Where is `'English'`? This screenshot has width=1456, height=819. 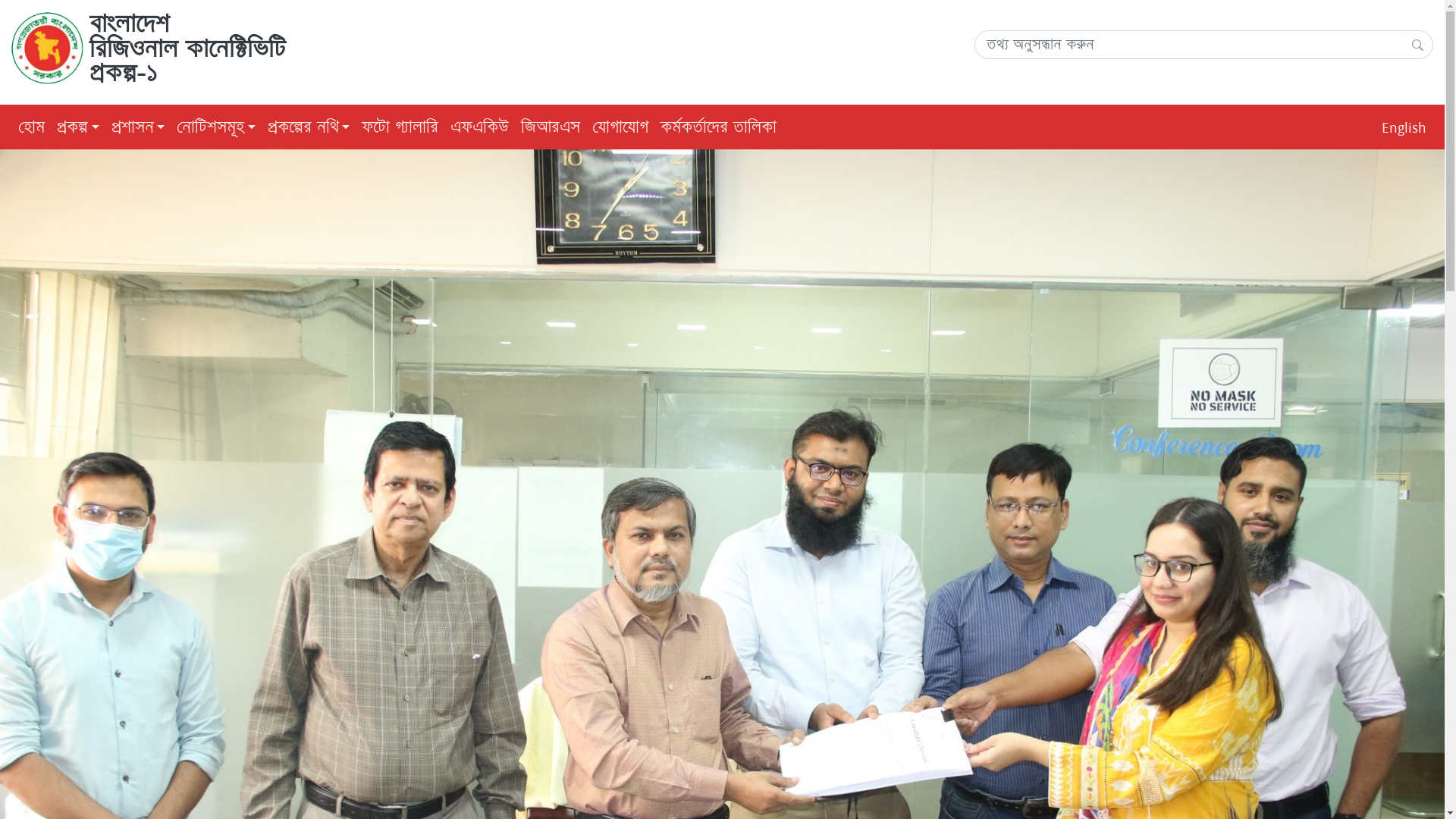
'English' is located at coordinates (1403, 126).